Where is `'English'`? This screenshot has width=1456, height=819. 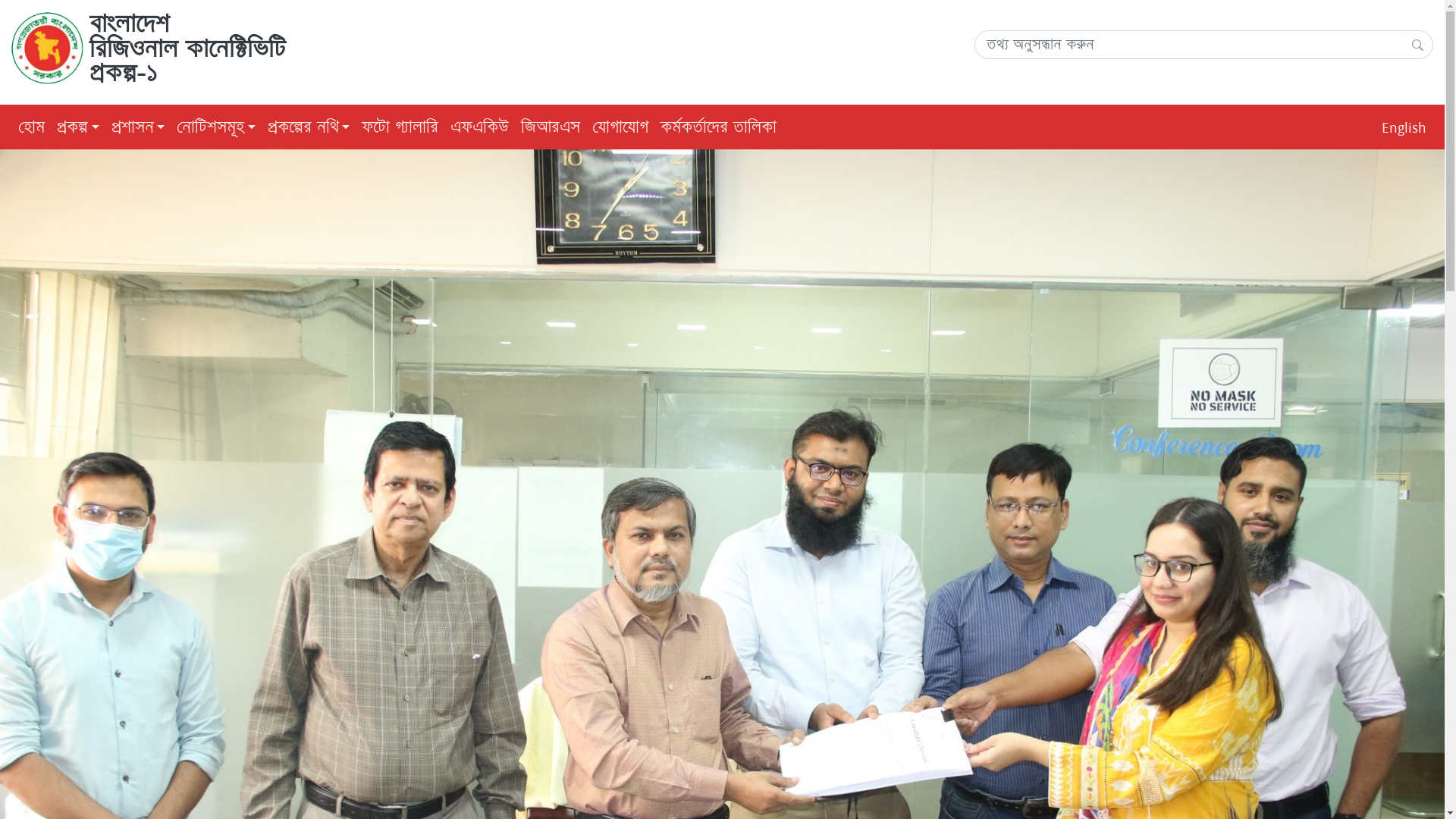
'English' is located at coordinates (1403, 126).